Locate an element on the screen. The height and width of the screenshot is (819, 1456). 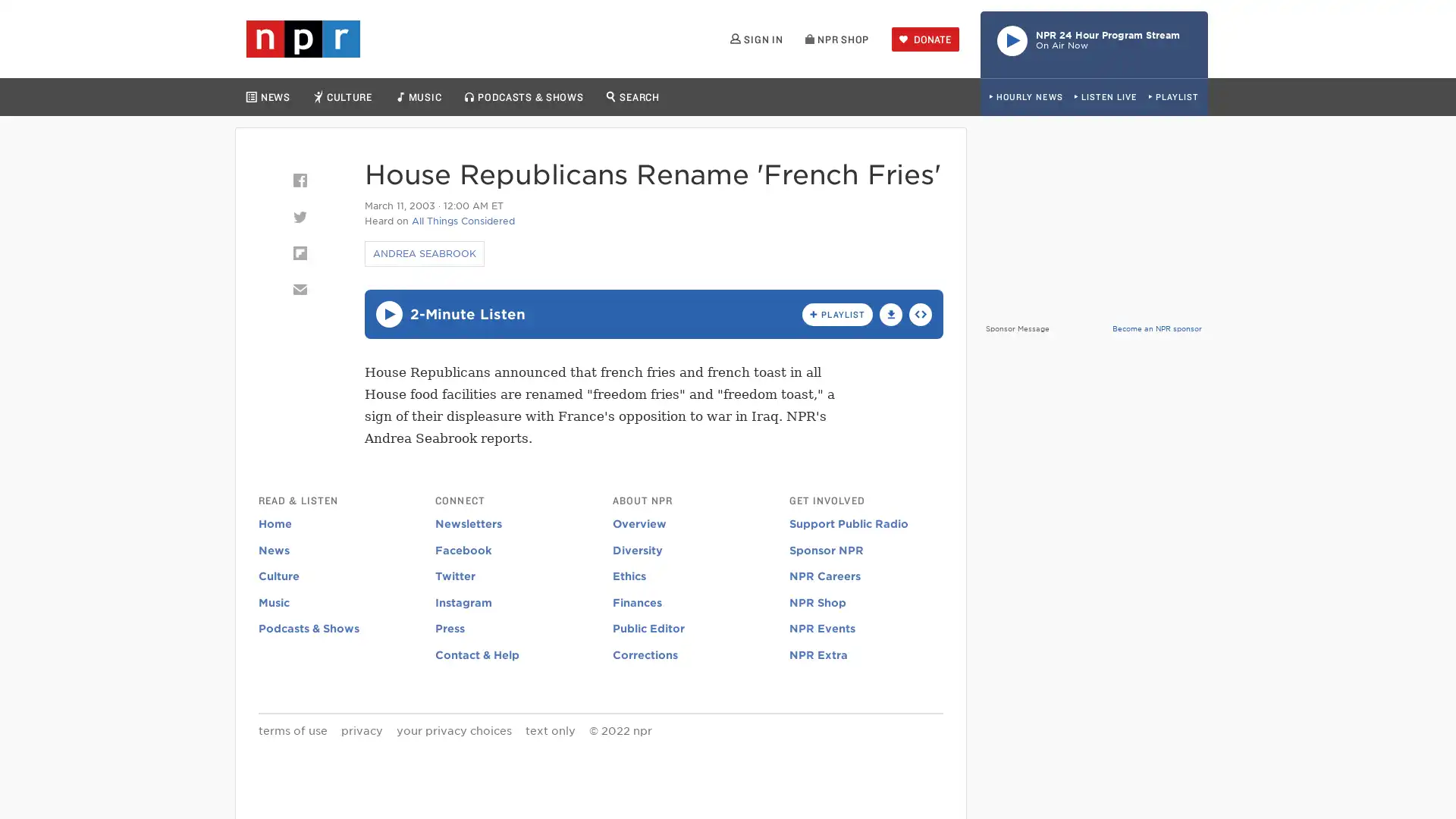
Play Live Radio is located at coordinates (1094, 43).